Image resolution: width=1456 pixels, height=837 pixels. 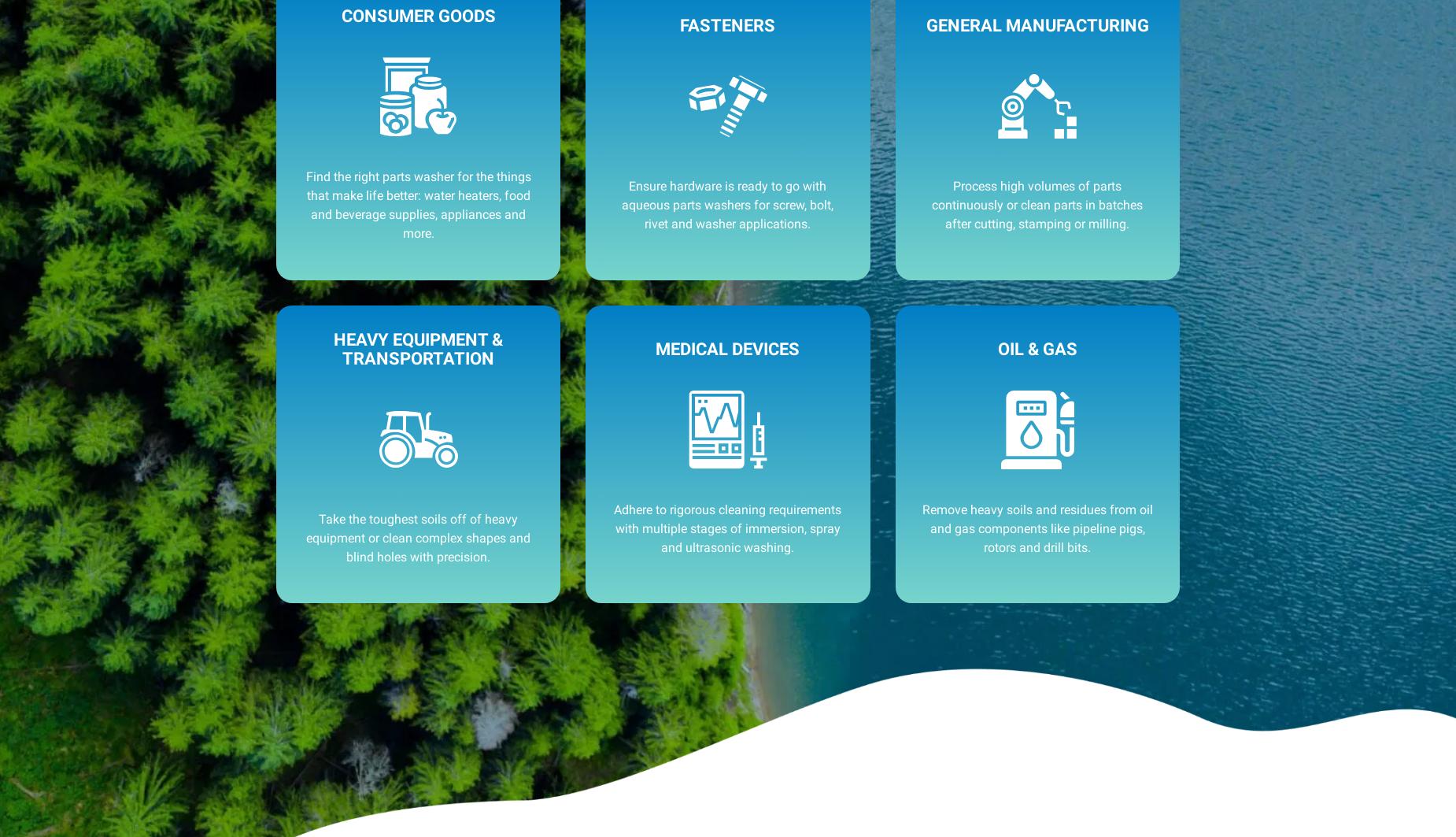 I want to click on 'Find the right parts washer for the things that make life better: water heaters, food and beverage supplies, appliances and more.', so click(x=417, y=205).